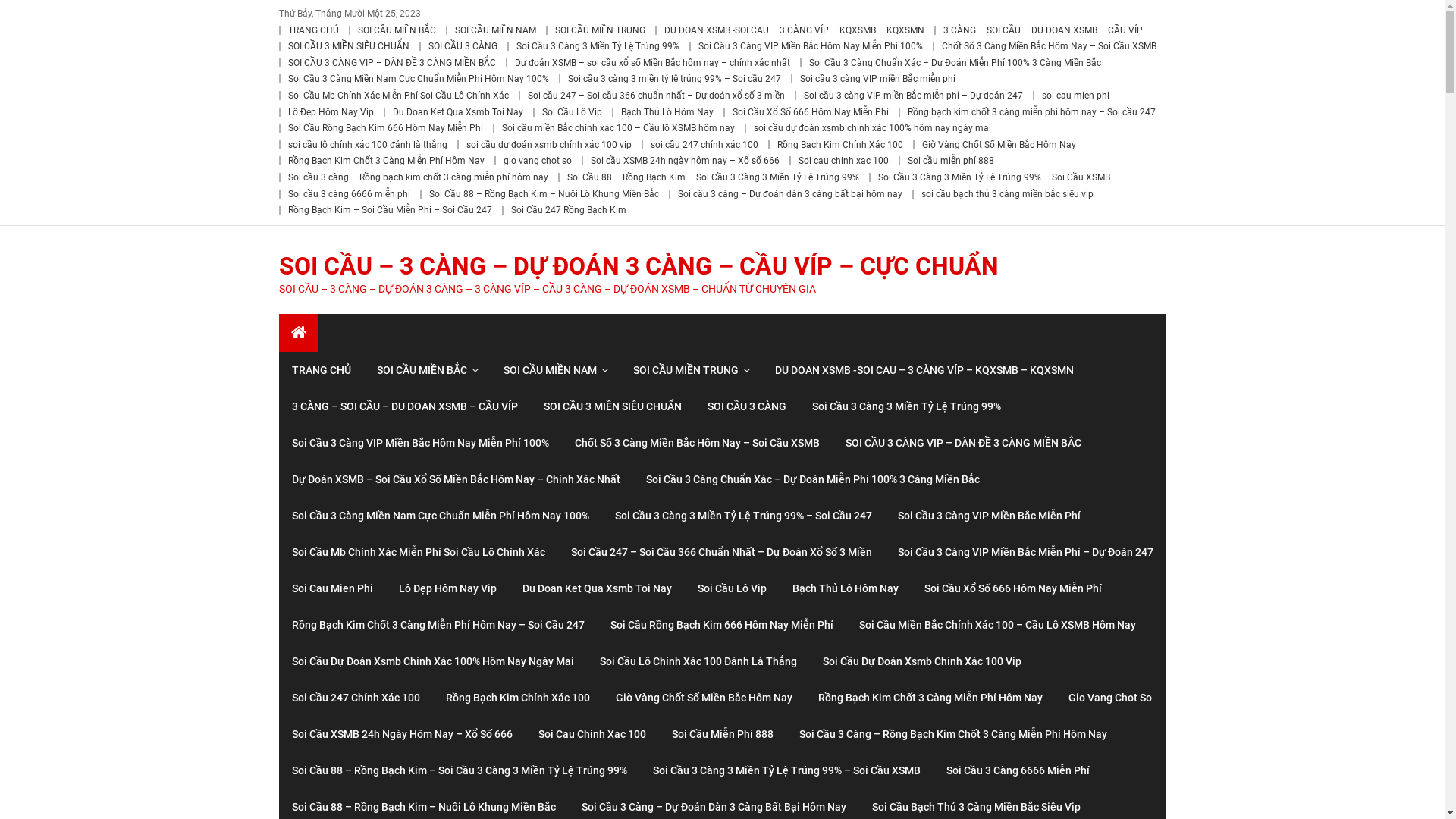  I want to click on 'soi cau mien phi', so click(1075, 96).